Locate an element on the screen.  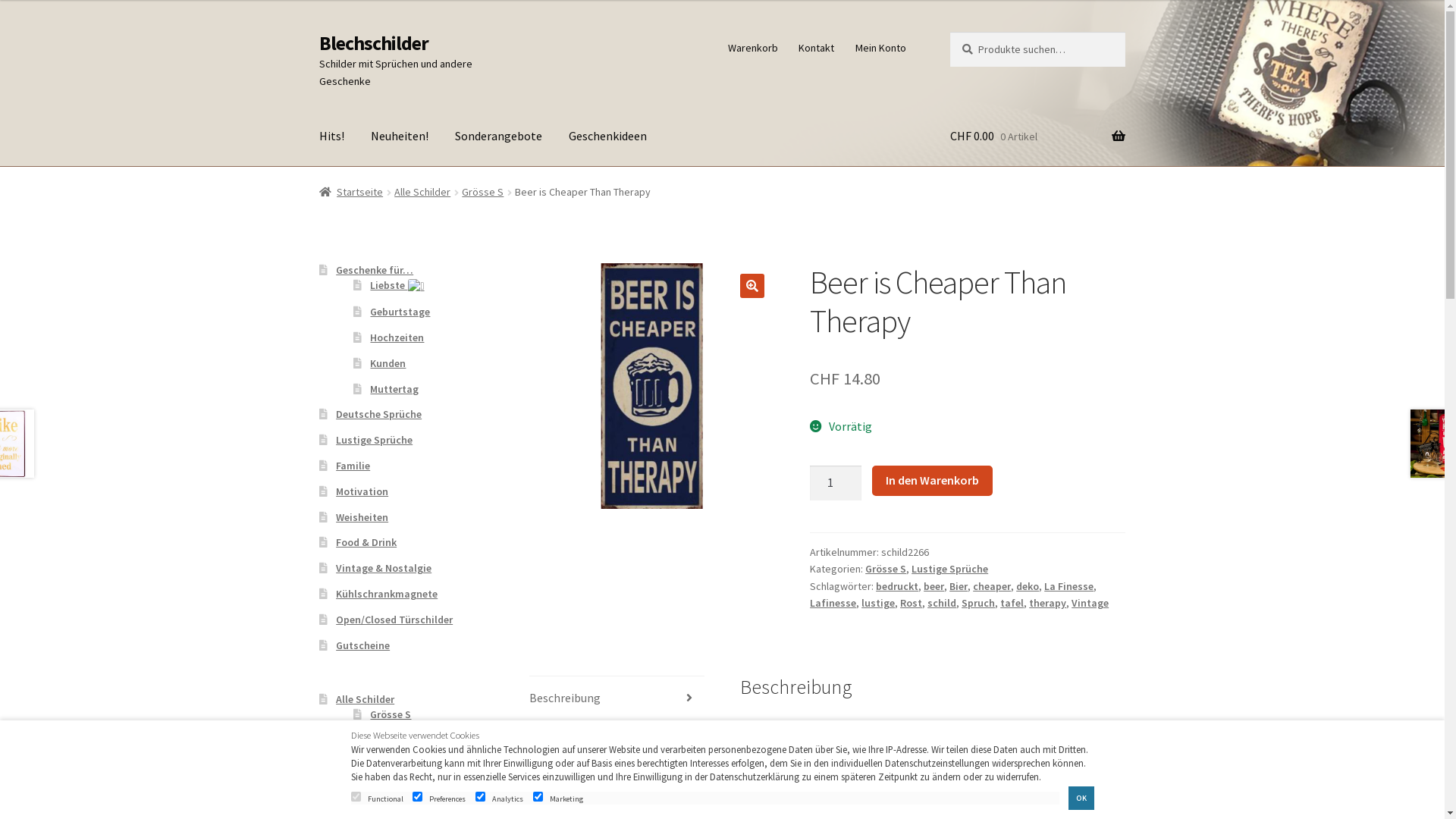
'Gutscheine' is located at coordinates (362, 645).